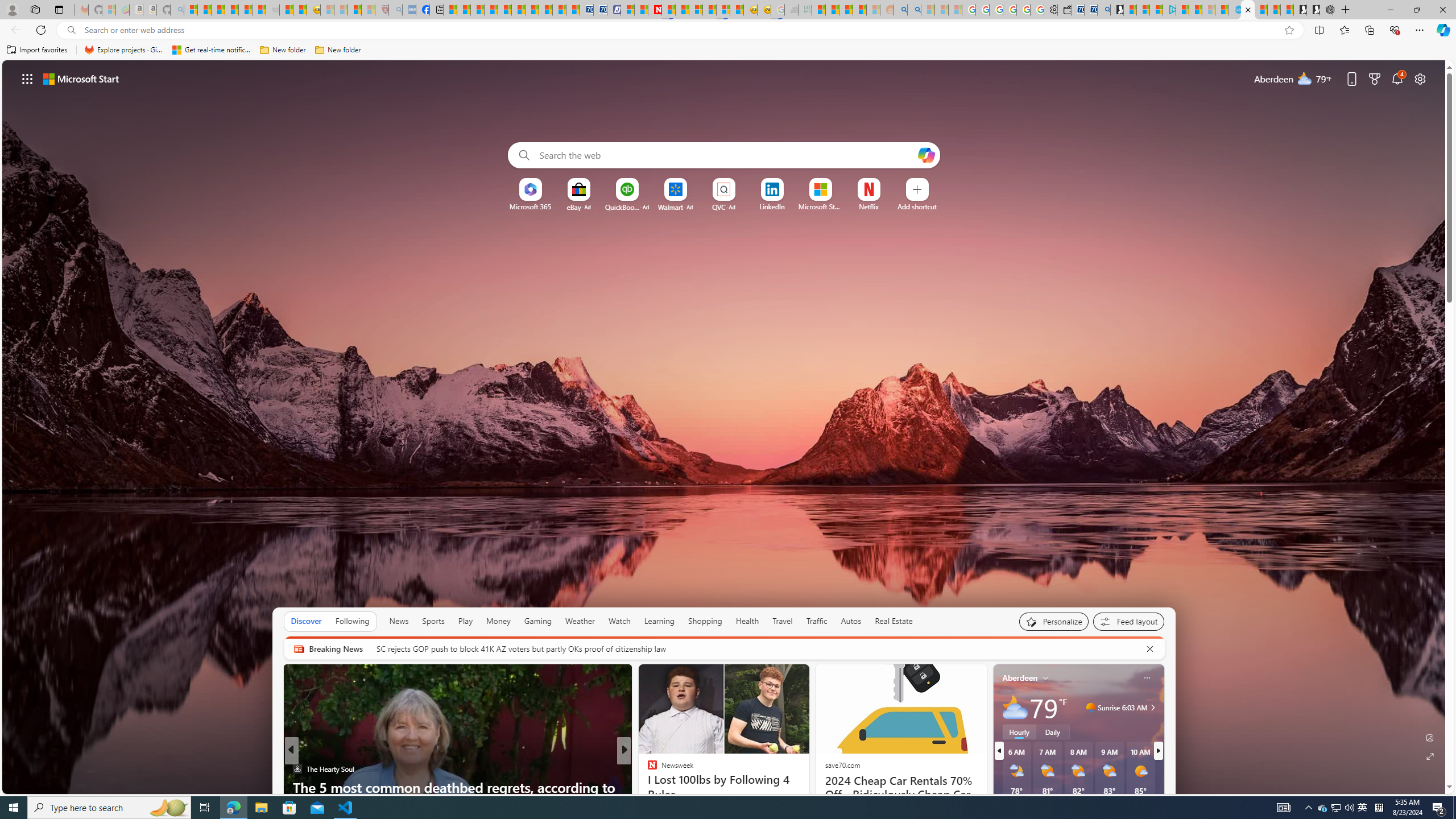 The width and height of the screenshot is (1456, 819). I want to click on 'Search icon', so click(71, 30).